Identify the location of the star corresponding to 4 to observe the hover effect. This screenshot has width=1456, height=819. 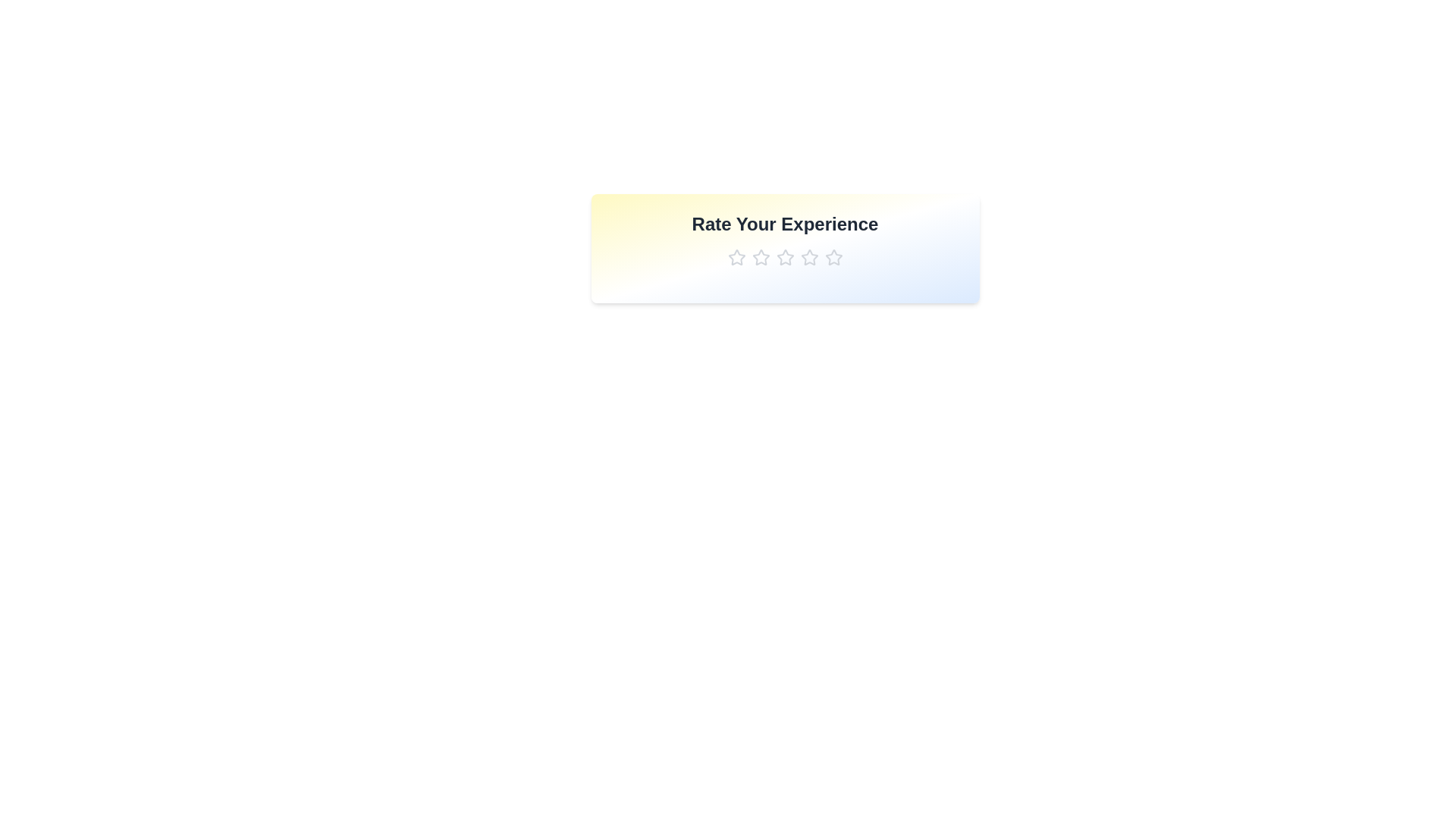
(808, 256).